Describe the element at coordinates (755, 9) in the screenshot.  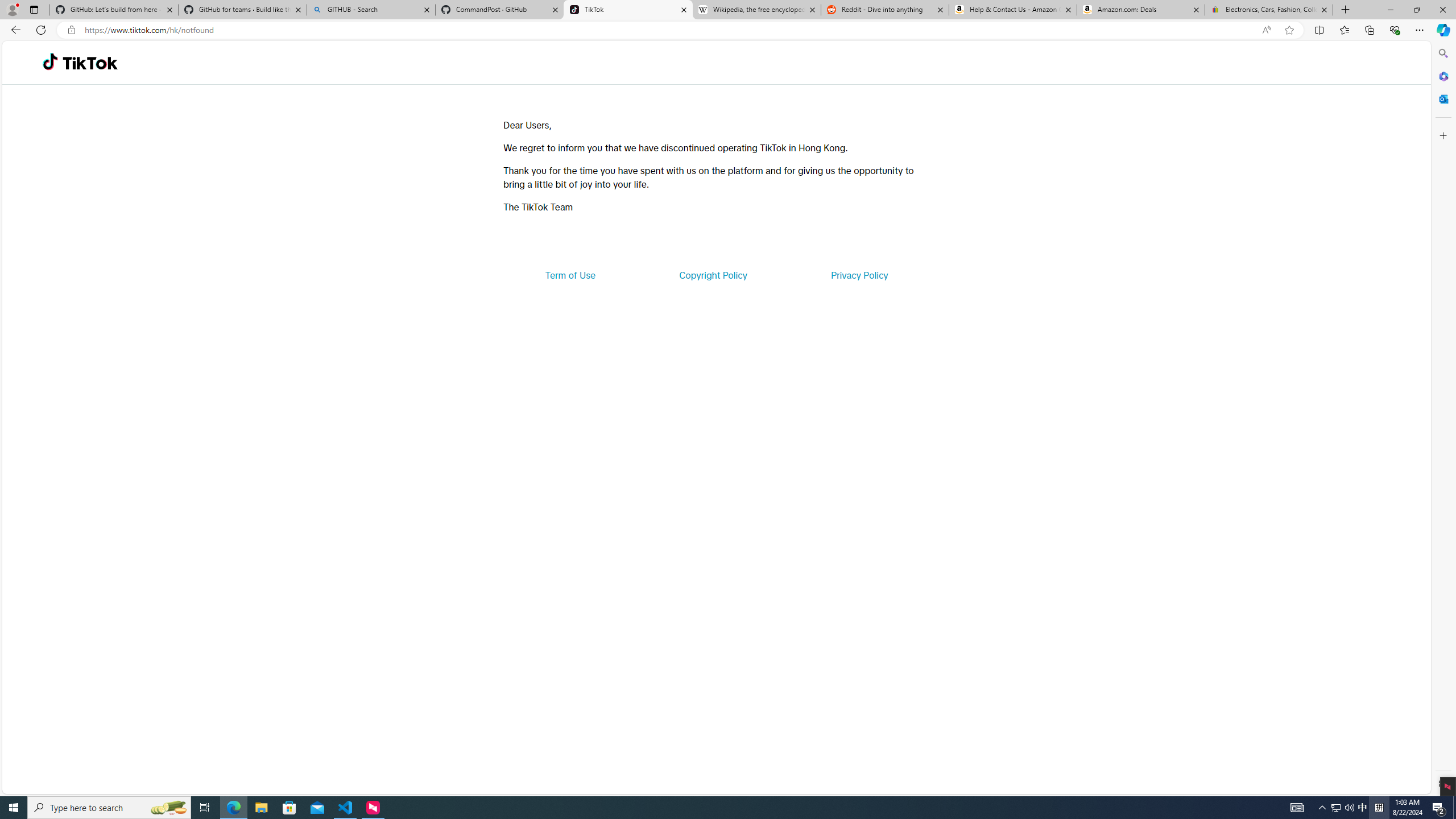
I see `'Wikipedia, the free encyclopedia'` at that location.